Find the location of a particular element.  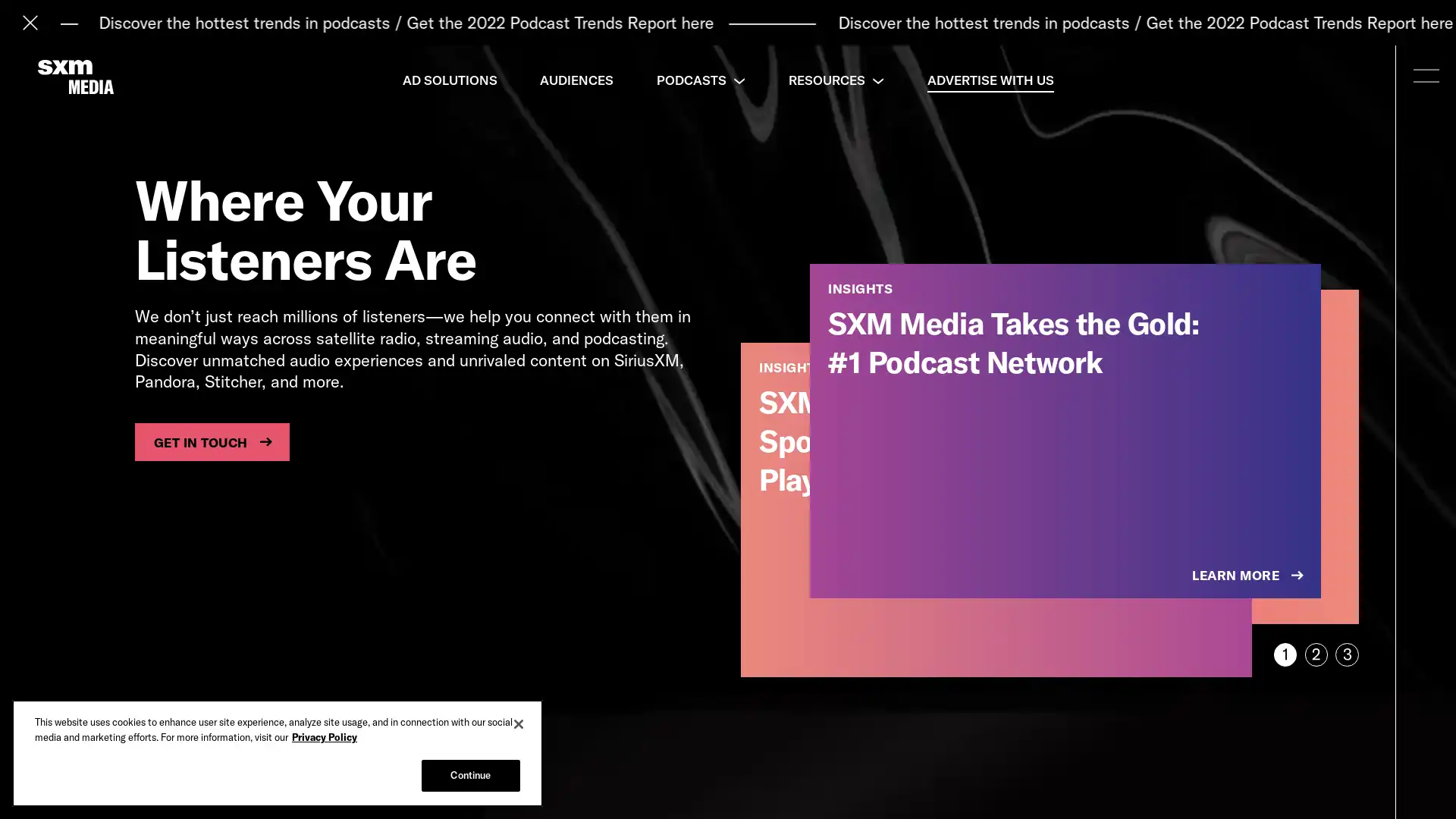

3 is located at coordinates (1347, 654).